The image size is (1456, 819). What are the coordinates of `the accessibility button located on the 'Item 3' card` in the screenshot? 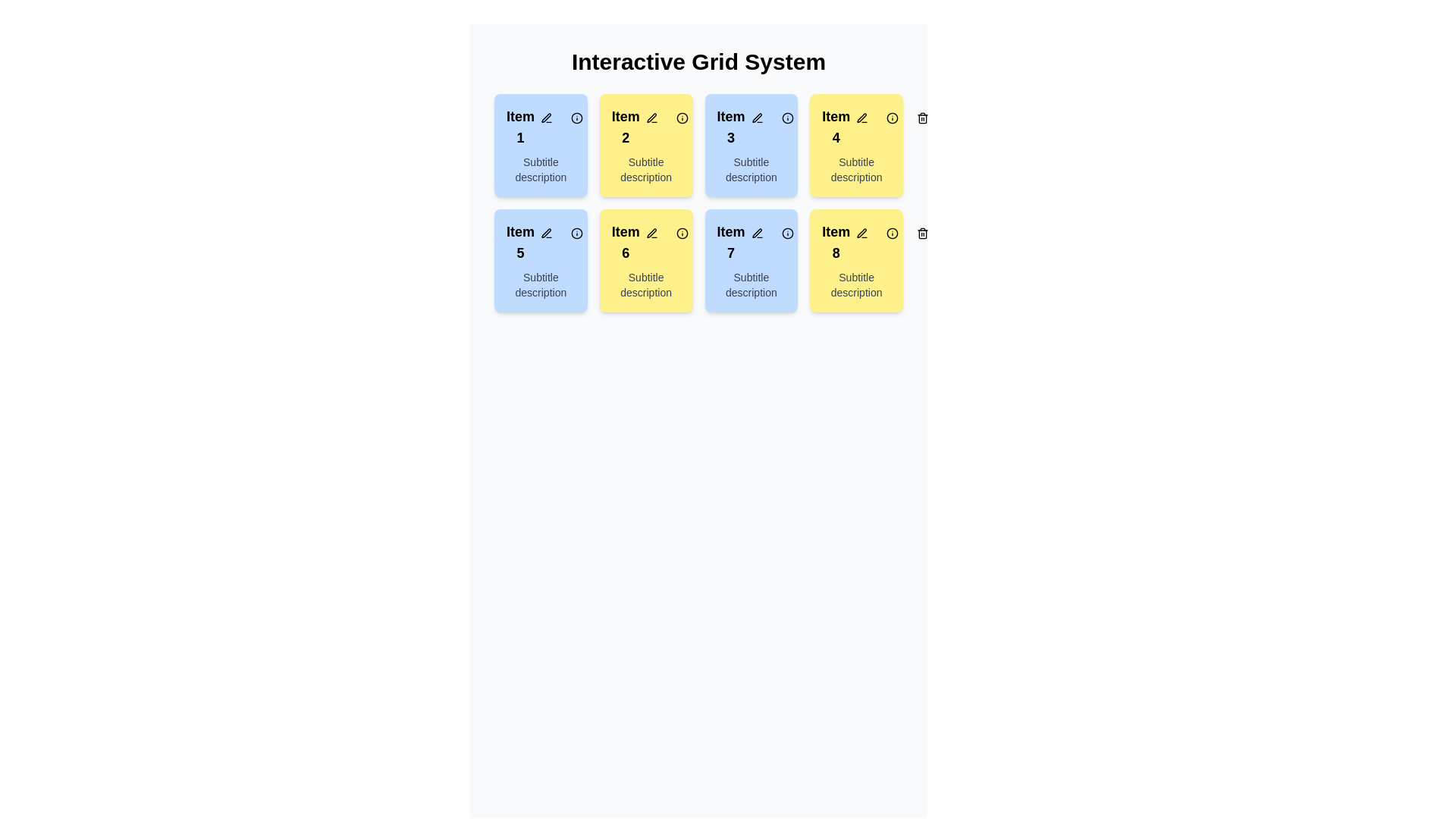 It's located at (787, 117).